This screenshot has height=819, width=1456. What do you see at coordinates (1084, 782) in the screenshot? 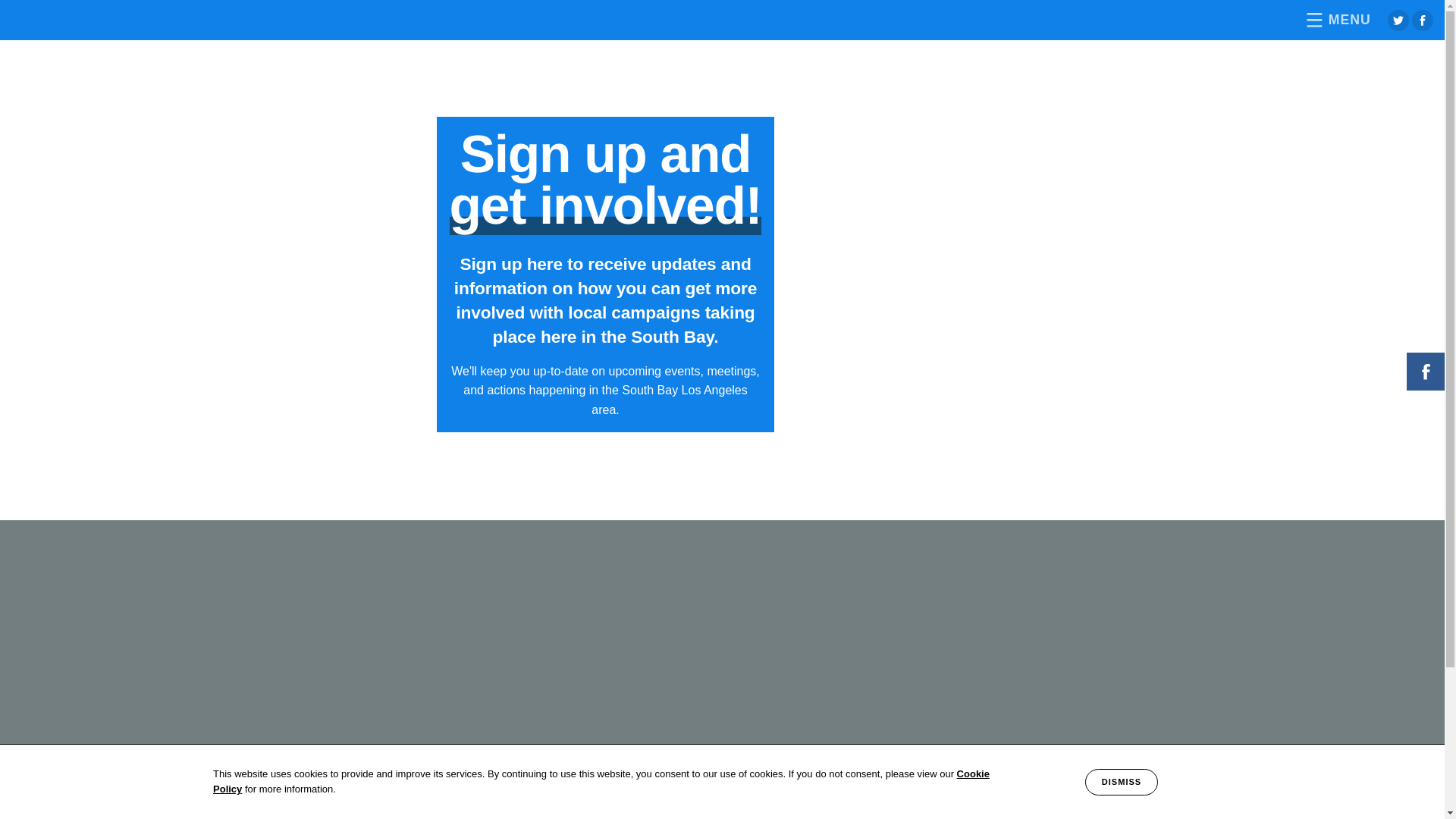
I see `'DISMISS'` at bounding box center [1084, 782].